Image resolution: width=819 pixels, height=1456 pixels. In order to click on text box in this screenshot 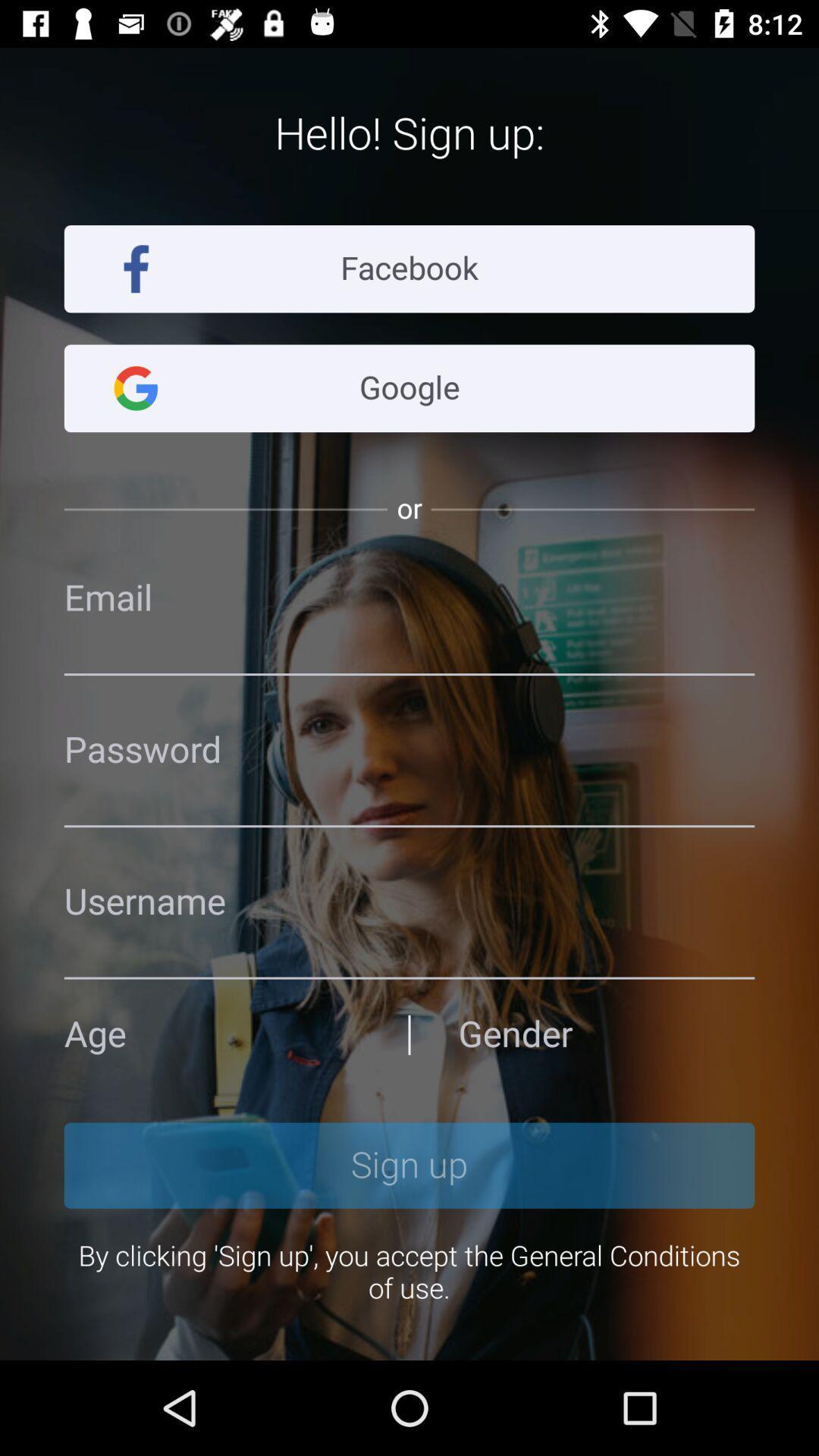, I will do `click(409, 902)`.